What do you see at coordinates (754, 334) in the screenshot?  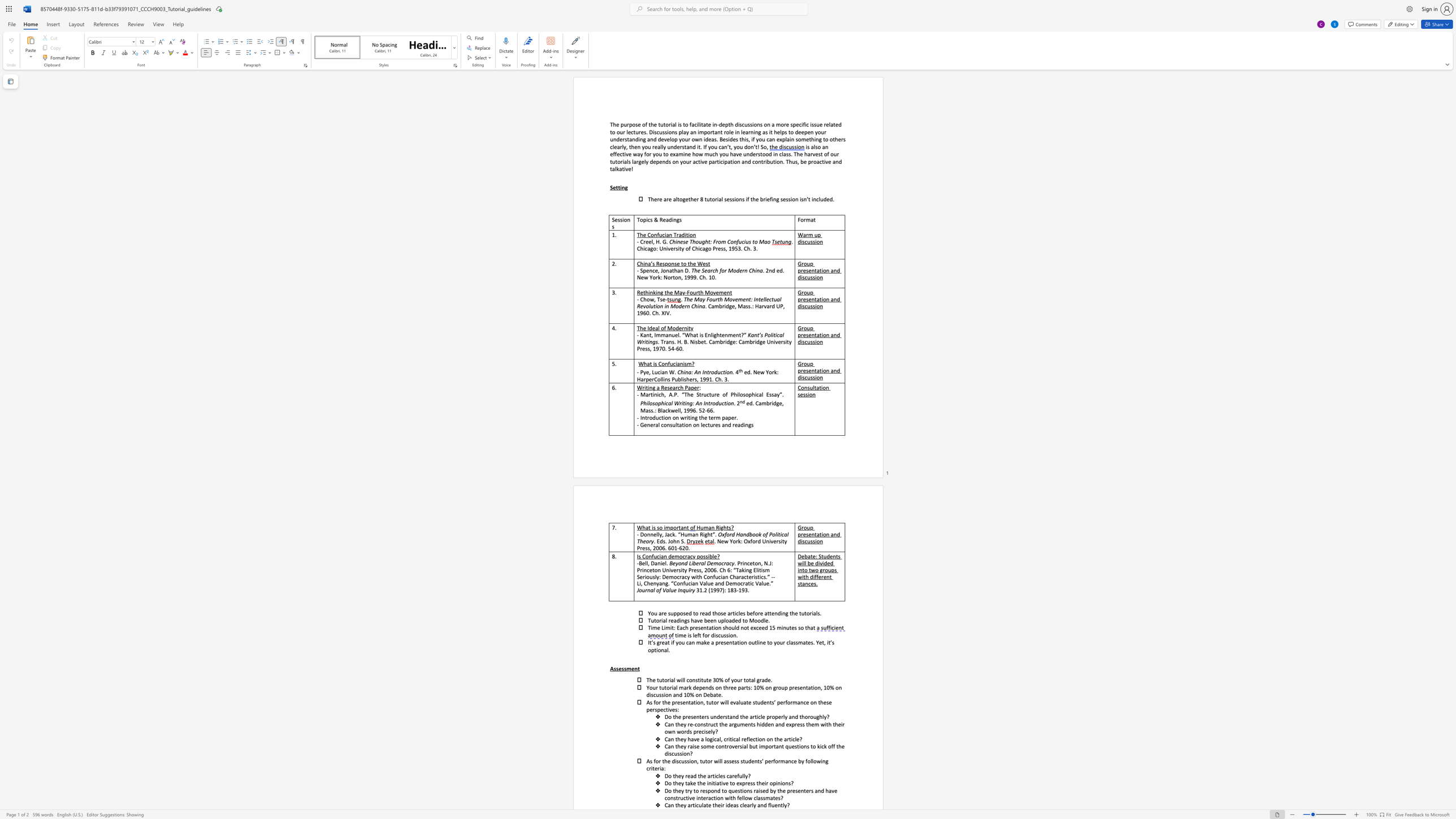 I see `the subset text "nt’s Pol" within the text "Kant’s Political Writings"` at bounding box center [754, 334].